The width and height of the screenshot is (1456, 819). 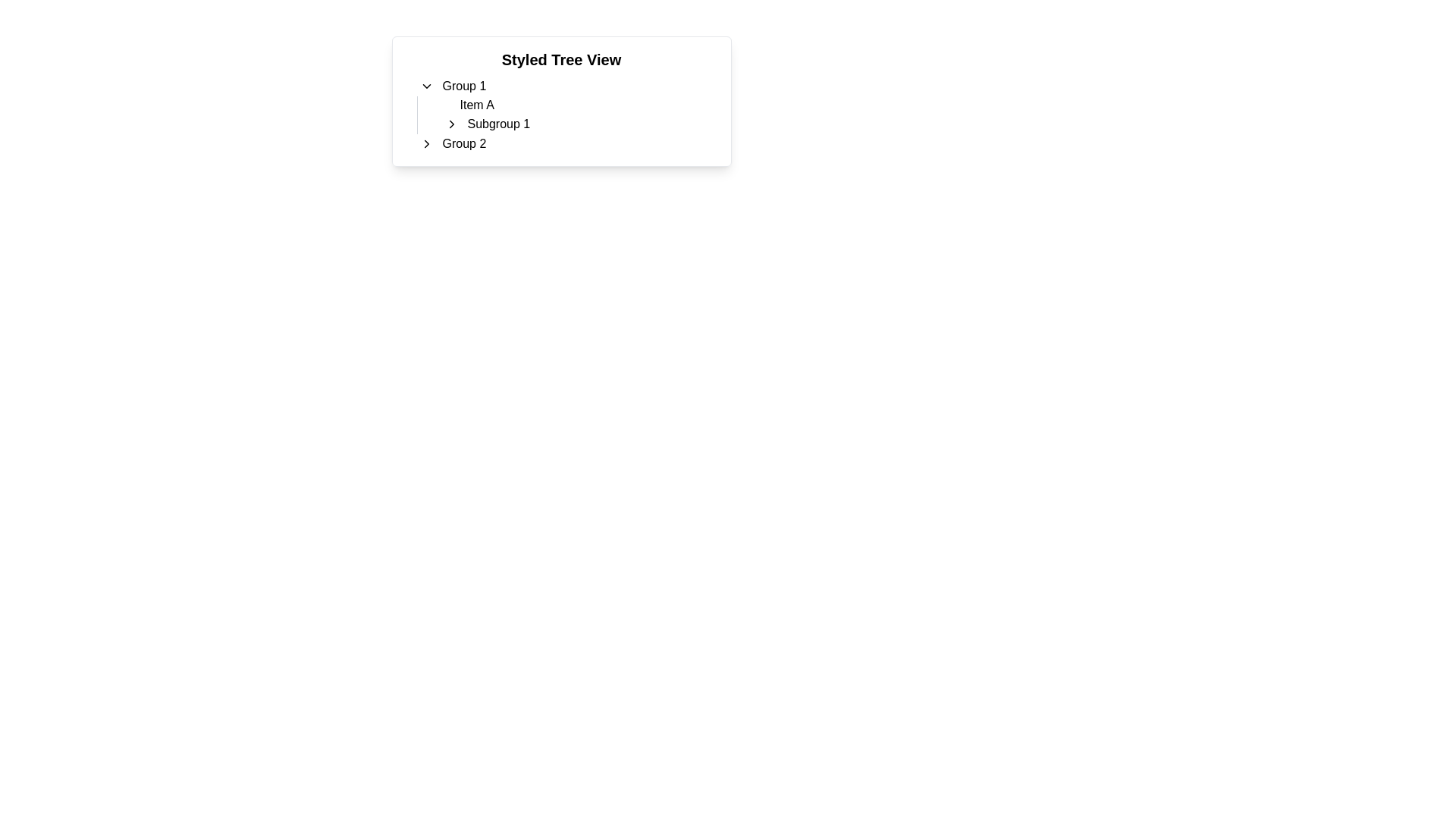 I want to click on the Chevron Button for 'Group 2', so click(x=425, y=143).